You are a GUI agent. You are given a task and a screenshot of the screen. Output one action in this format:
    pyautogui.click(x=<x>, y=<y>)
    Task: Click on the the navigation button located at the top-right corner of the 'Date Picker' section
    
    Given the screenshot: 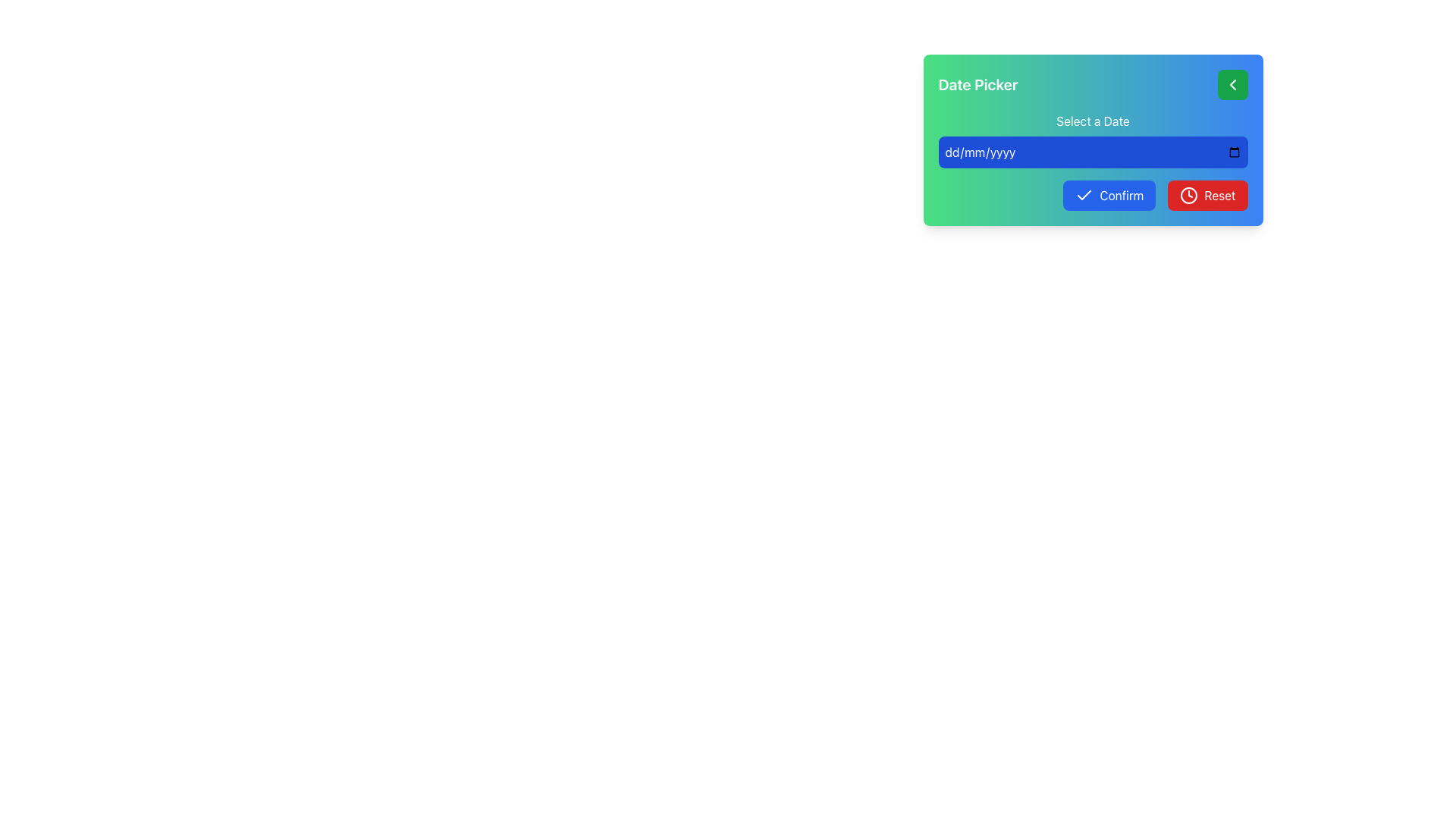 What is the action you would take?
    pyautogui.click(x=1232, y=84)
    